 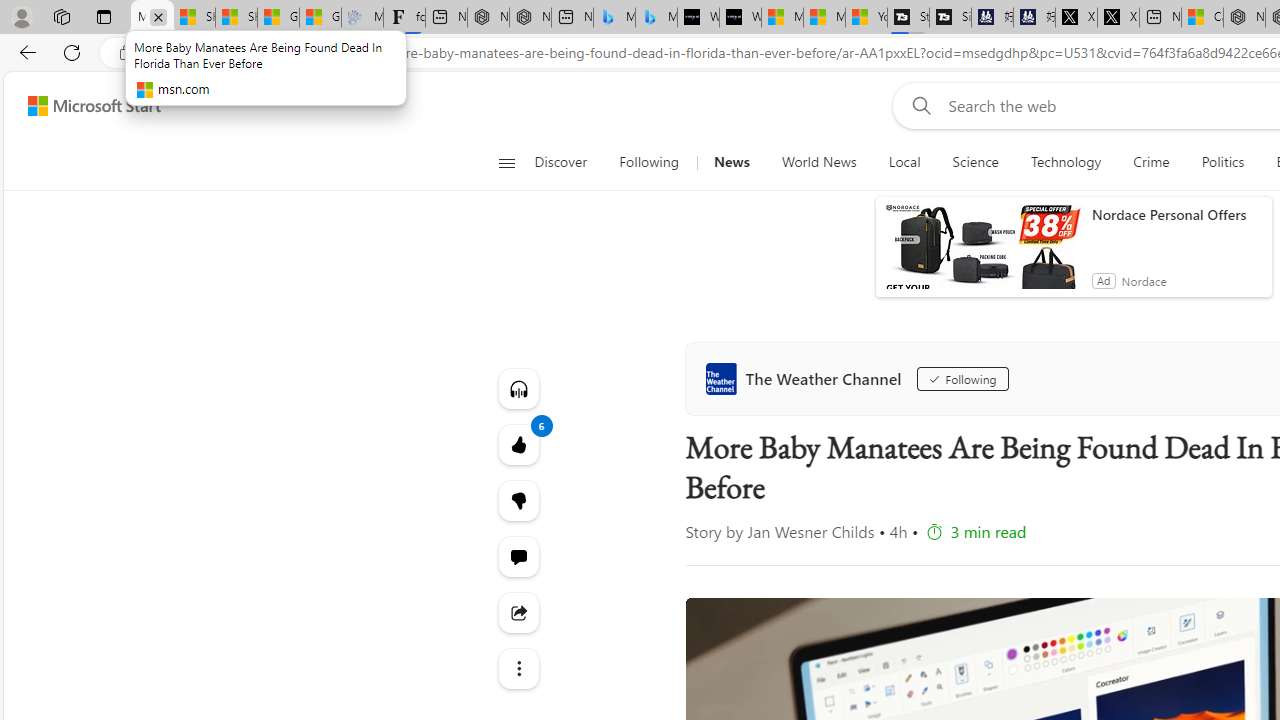 What do you see at coordinates (103, 16) in the screenshot?
I see `'Tab actions menu'` at bounding box center [103, 16].